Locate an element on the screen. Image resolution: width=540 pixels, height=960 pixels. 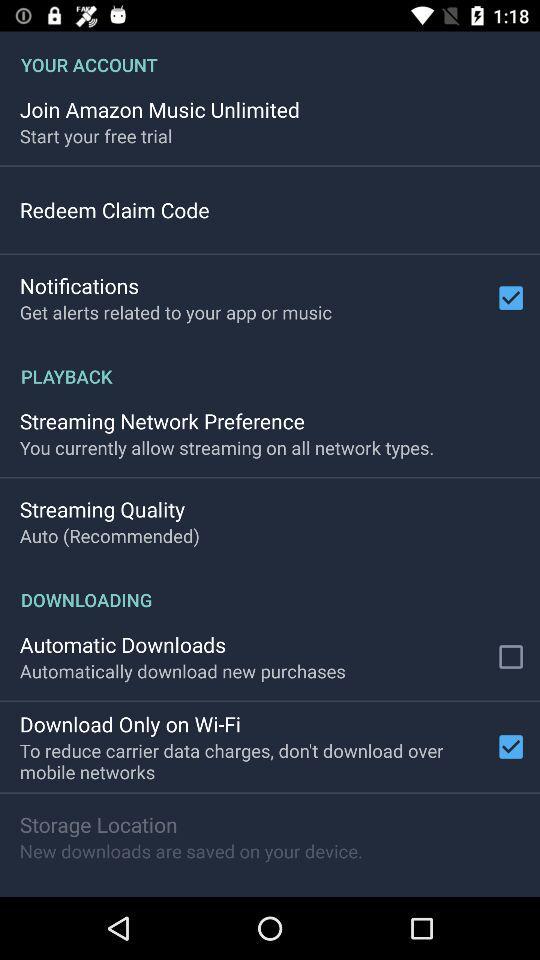
app above the get alerts related icon is located at coordinates (78, 284).